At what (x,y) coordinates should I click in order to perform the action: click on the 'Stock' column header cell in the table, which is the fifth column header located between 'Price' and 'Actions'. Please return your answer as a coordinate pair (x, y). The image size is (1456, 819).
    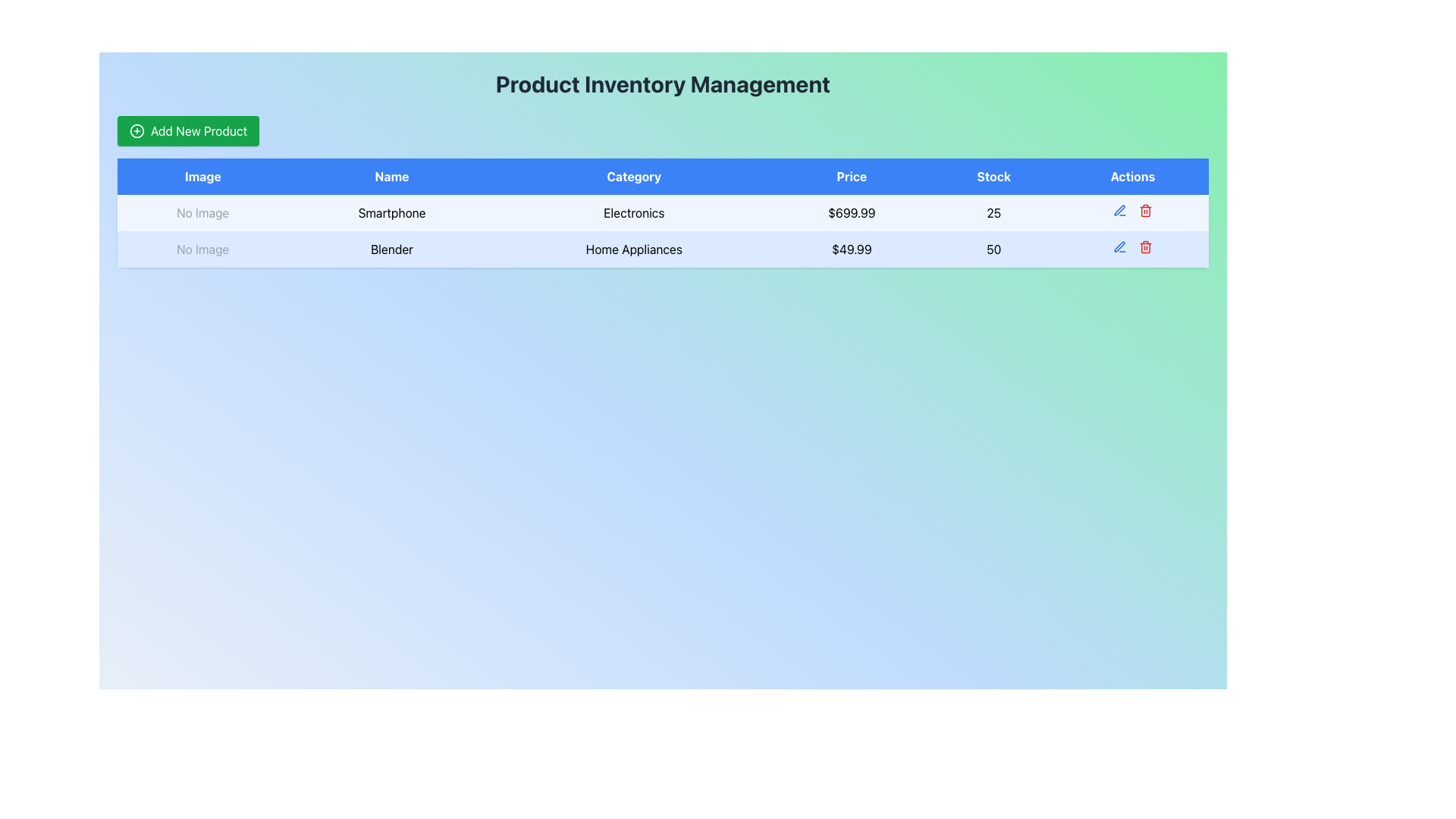
    Looking at the image, I should click on (993, 175).